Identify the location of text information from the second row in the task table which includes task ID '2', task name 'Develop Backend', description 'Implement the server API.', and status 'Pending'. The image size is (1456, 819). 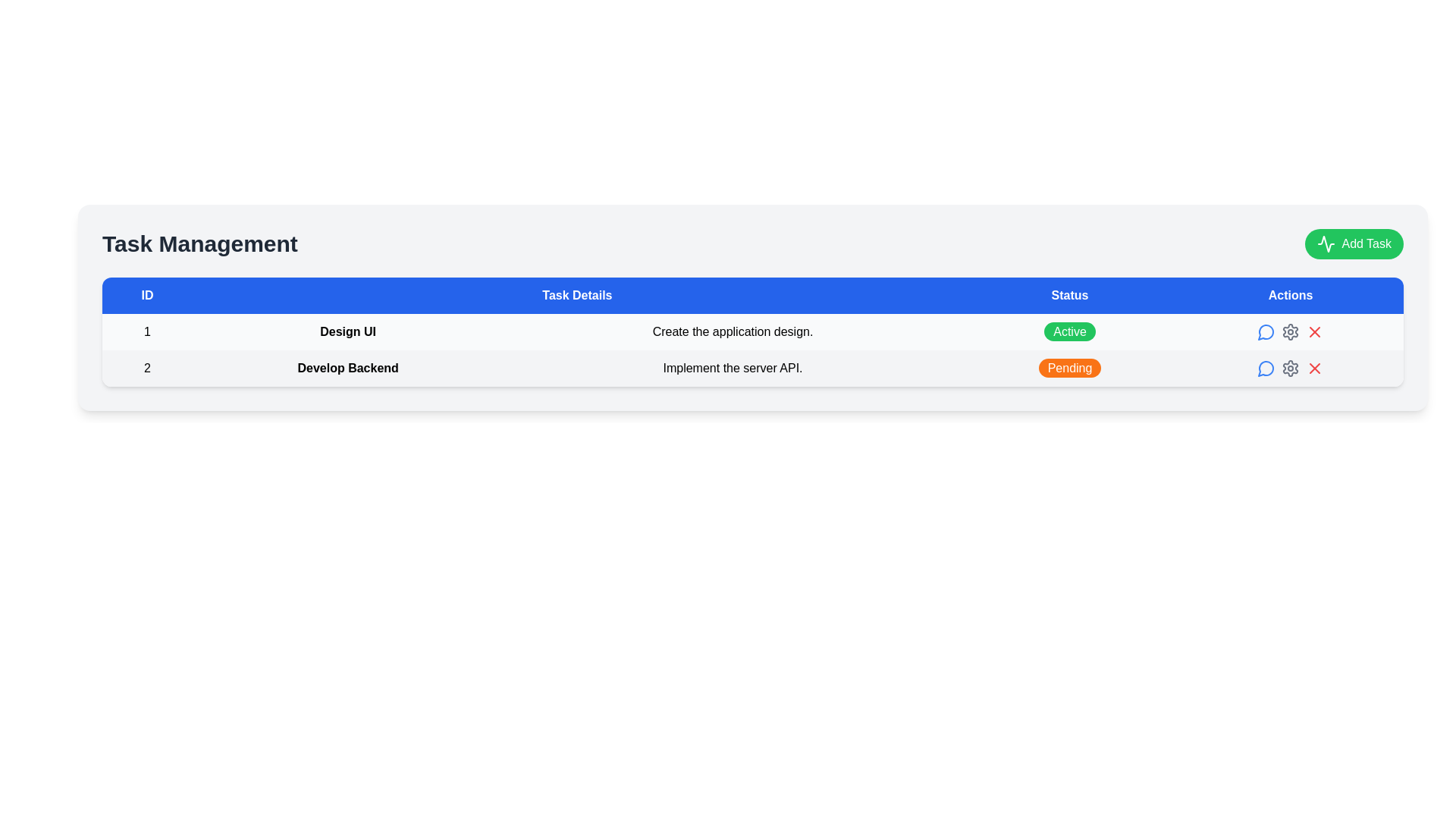
(753, 369).